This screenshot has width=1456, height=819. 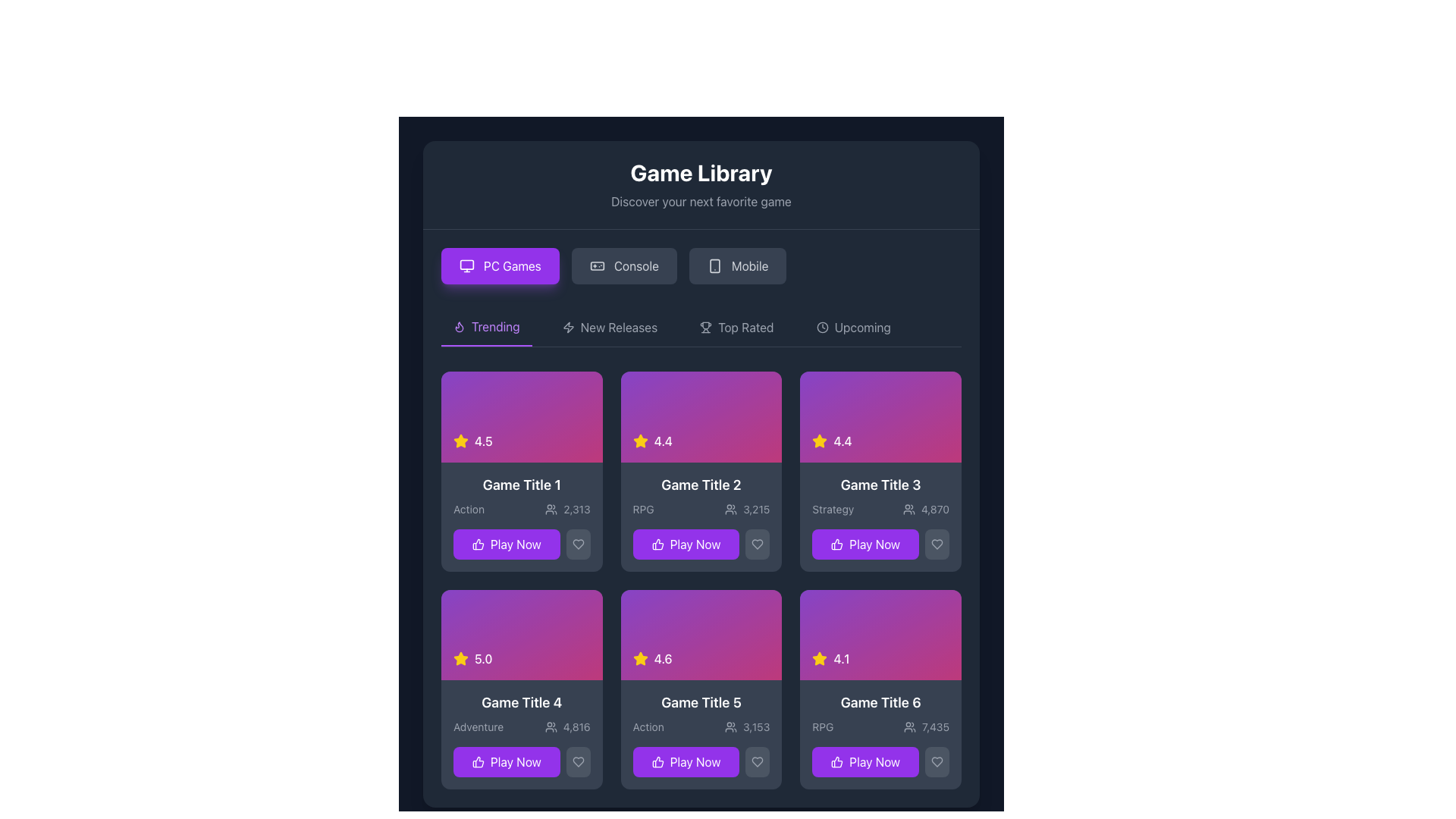 What do you see at coordinates (577, 762) in the screenshot?
I see `the heart-shaped icon button located at the bottom right corner of the 'Game Title 4' card` at bounding box center [577, 762].